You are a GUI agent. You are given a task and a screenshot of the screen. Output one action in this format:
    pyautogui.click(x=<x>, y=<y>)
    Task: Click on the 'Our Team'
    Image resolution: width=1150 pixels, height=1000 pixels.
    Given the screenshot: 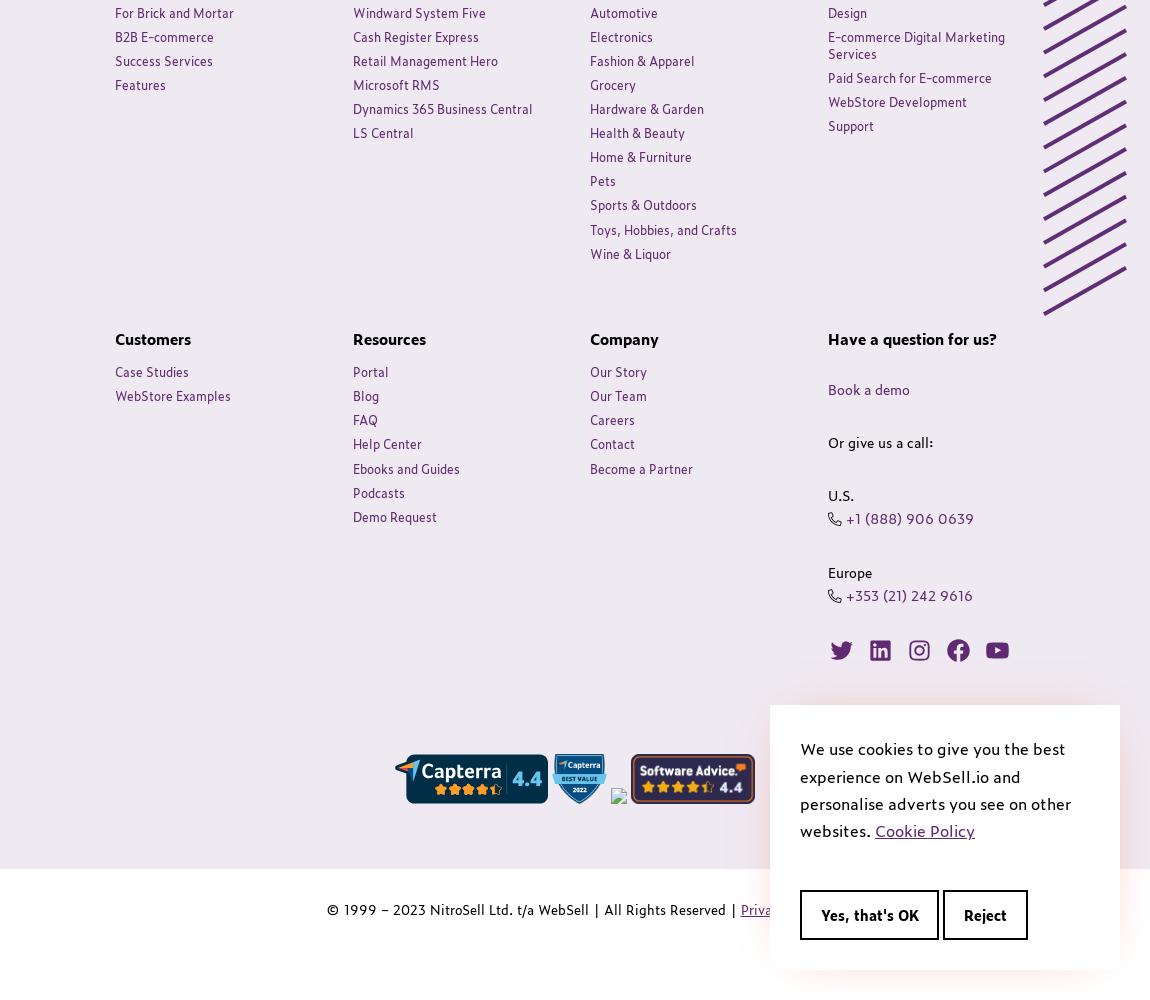 What is the action you would take?
    pyautogui.click(x=617, y=395)
    